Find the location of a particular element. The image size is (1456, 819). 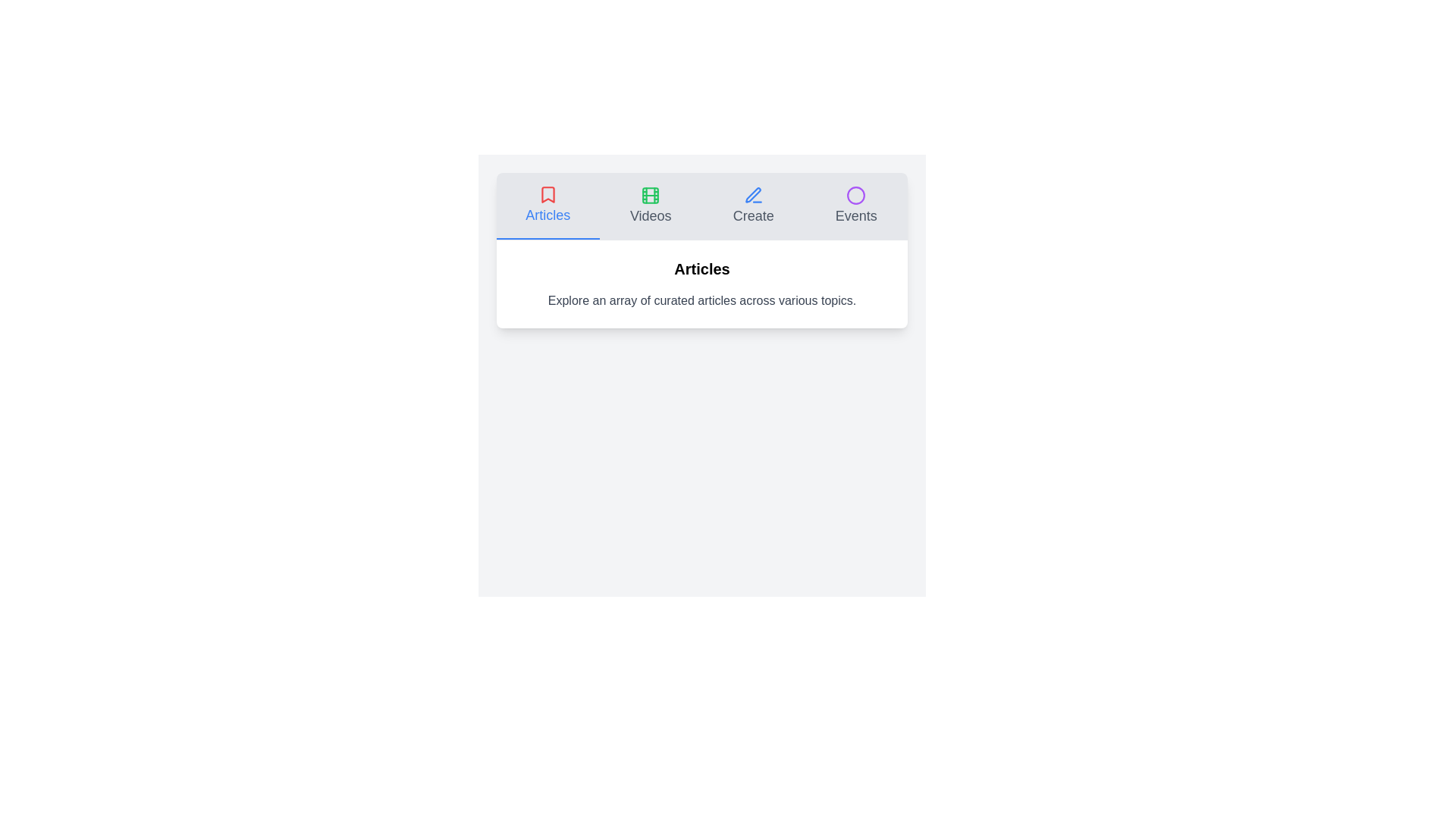

the Articles tab to view its content is located at coordinates (547, 206).